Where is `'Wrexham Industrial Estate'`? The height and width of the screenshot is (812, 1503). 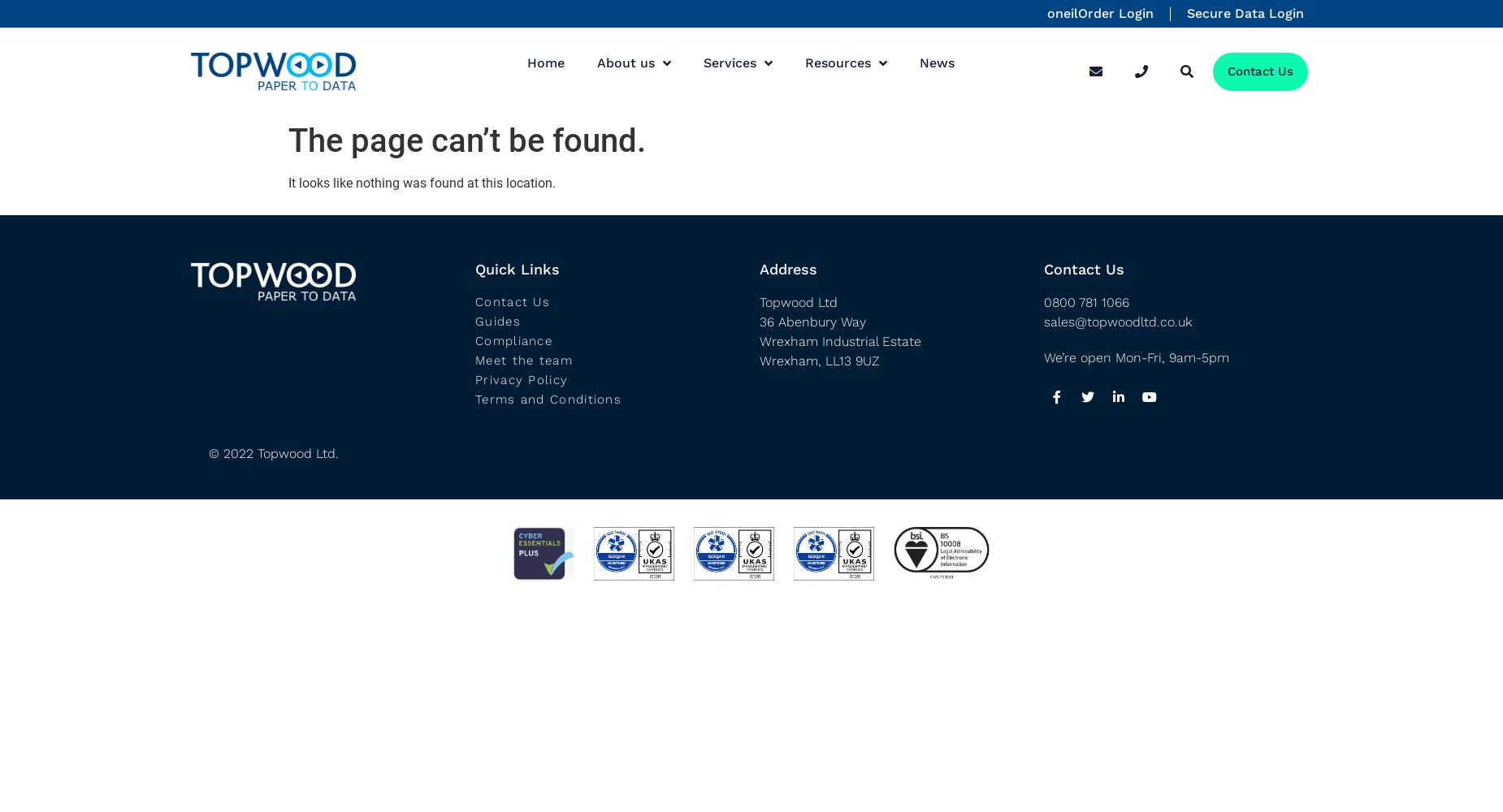 'Wrexham Industrial Estate' is located at coordinates (839, 340).